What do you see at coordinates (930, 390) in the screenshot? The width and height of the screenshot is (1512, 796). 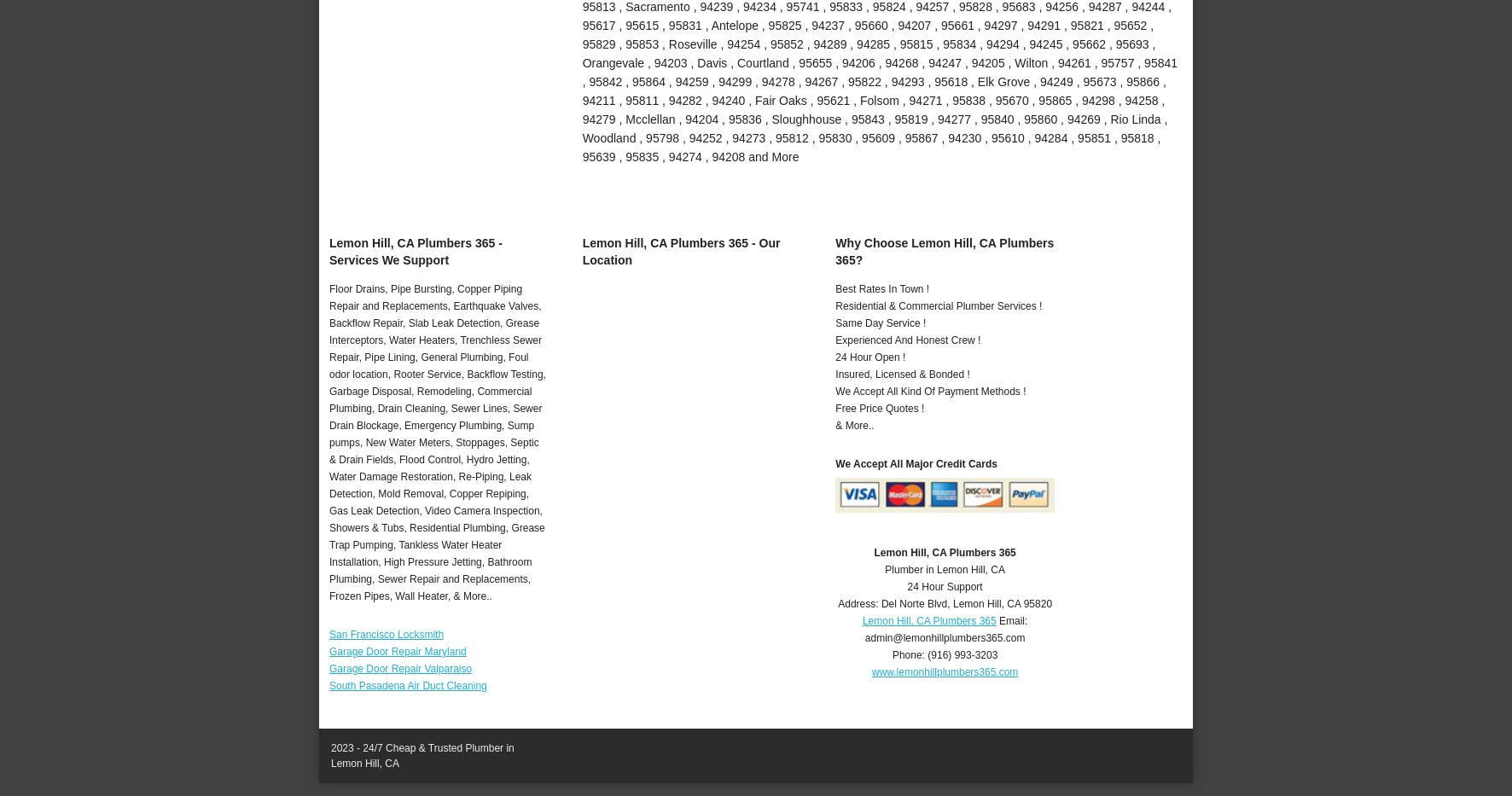 I see `'We Accept All Kind Of Payment Methods !'` at bounding box center [930, 390].